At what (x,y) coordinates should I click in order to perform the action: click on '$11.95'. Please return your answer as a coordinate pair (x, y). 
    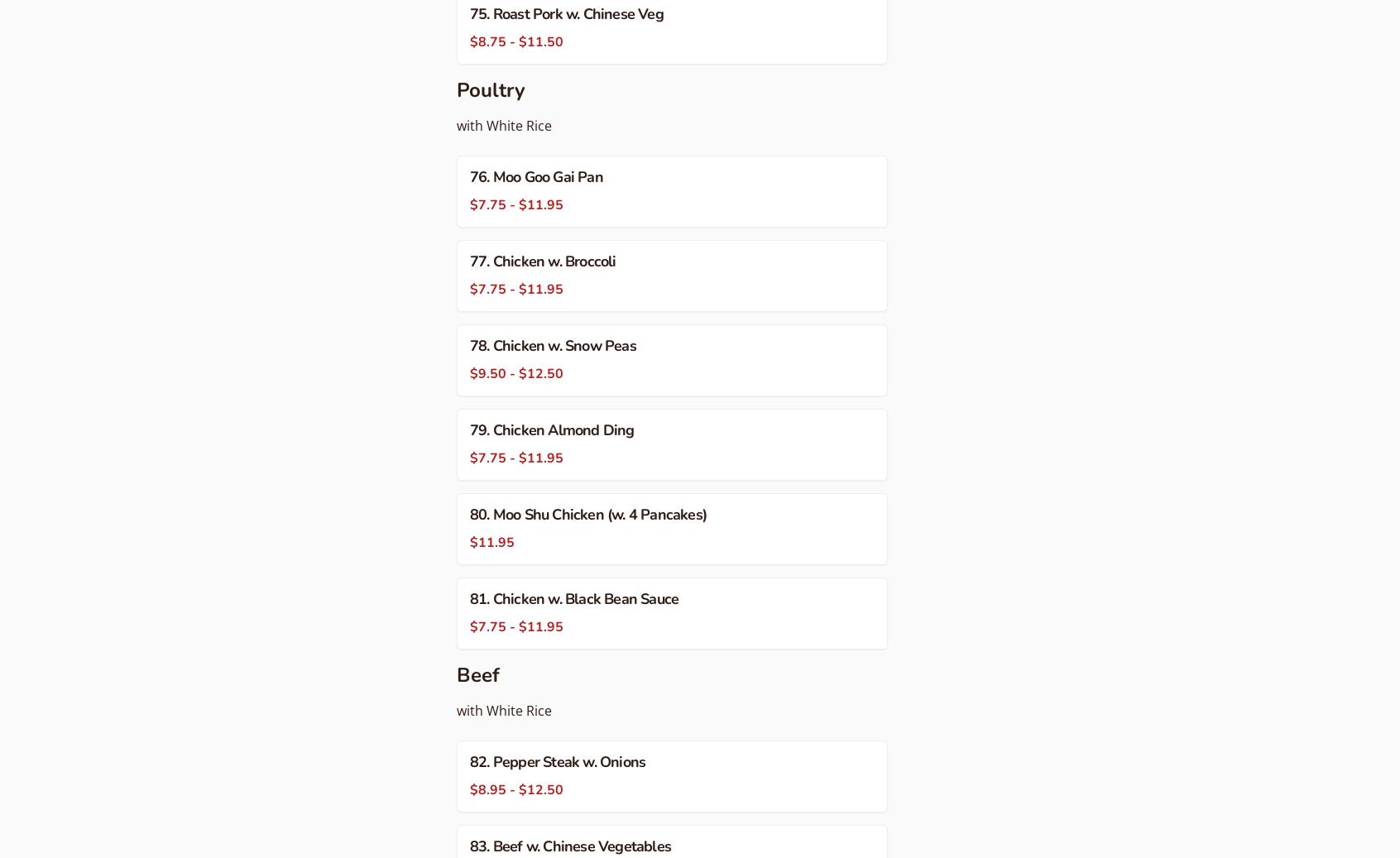
    Looking at the image, I should click on (469, 543).